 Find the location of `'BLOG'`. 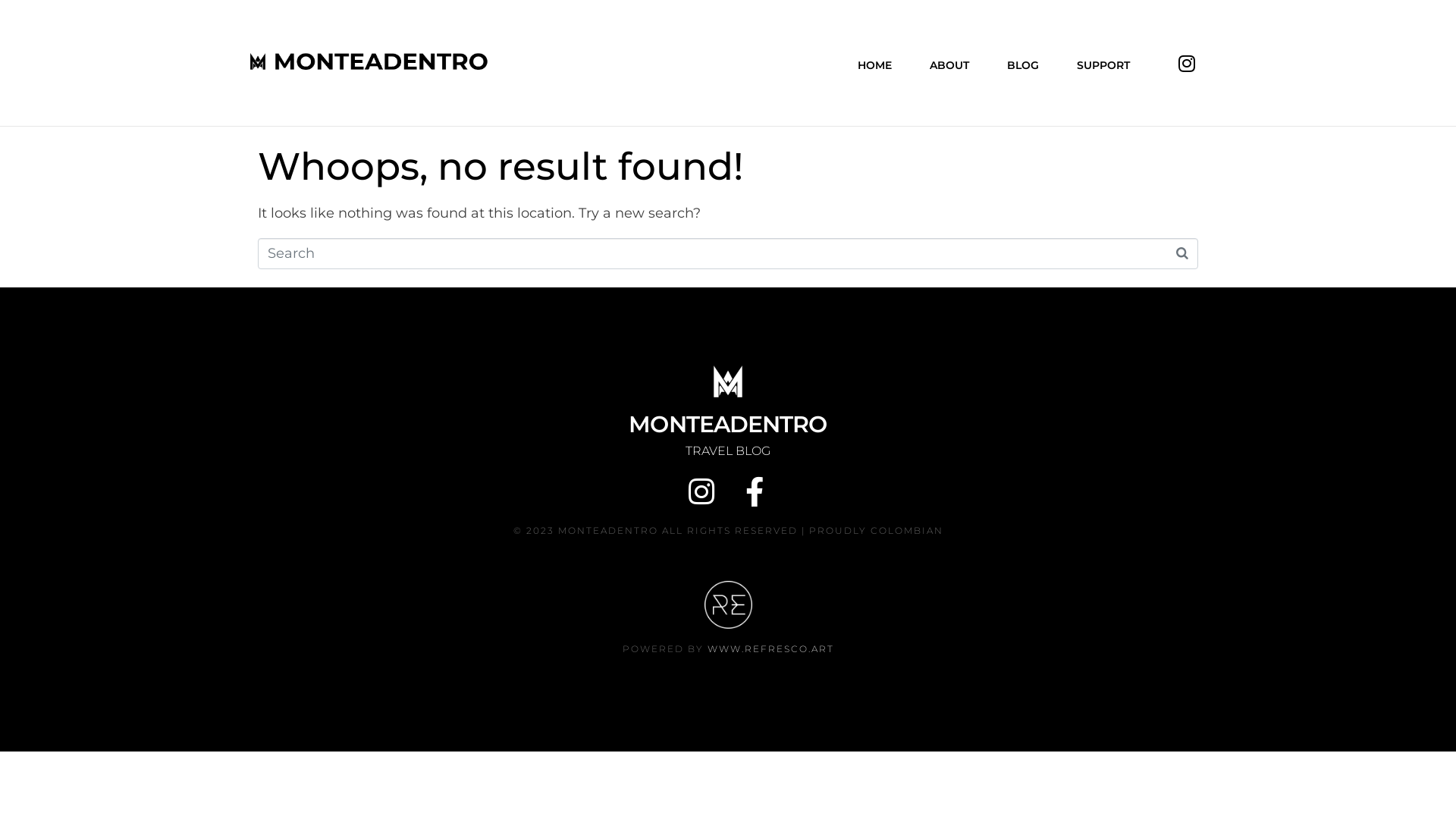

'BLOG' is located at coordinates (1022, 62).